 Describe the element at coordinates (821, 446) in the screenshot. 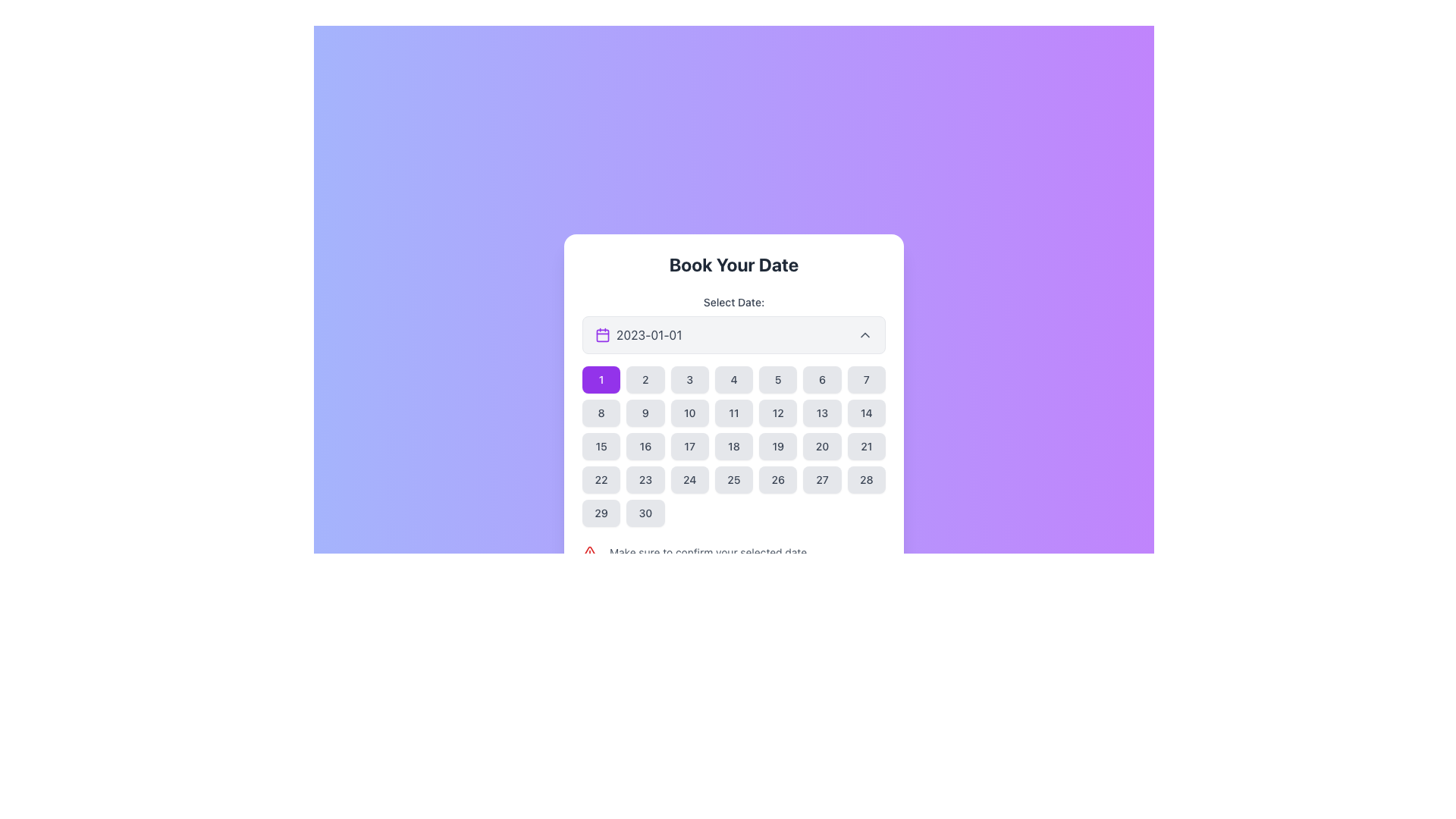

I see `the button labeled '20' in the date-picking interface` at that location.